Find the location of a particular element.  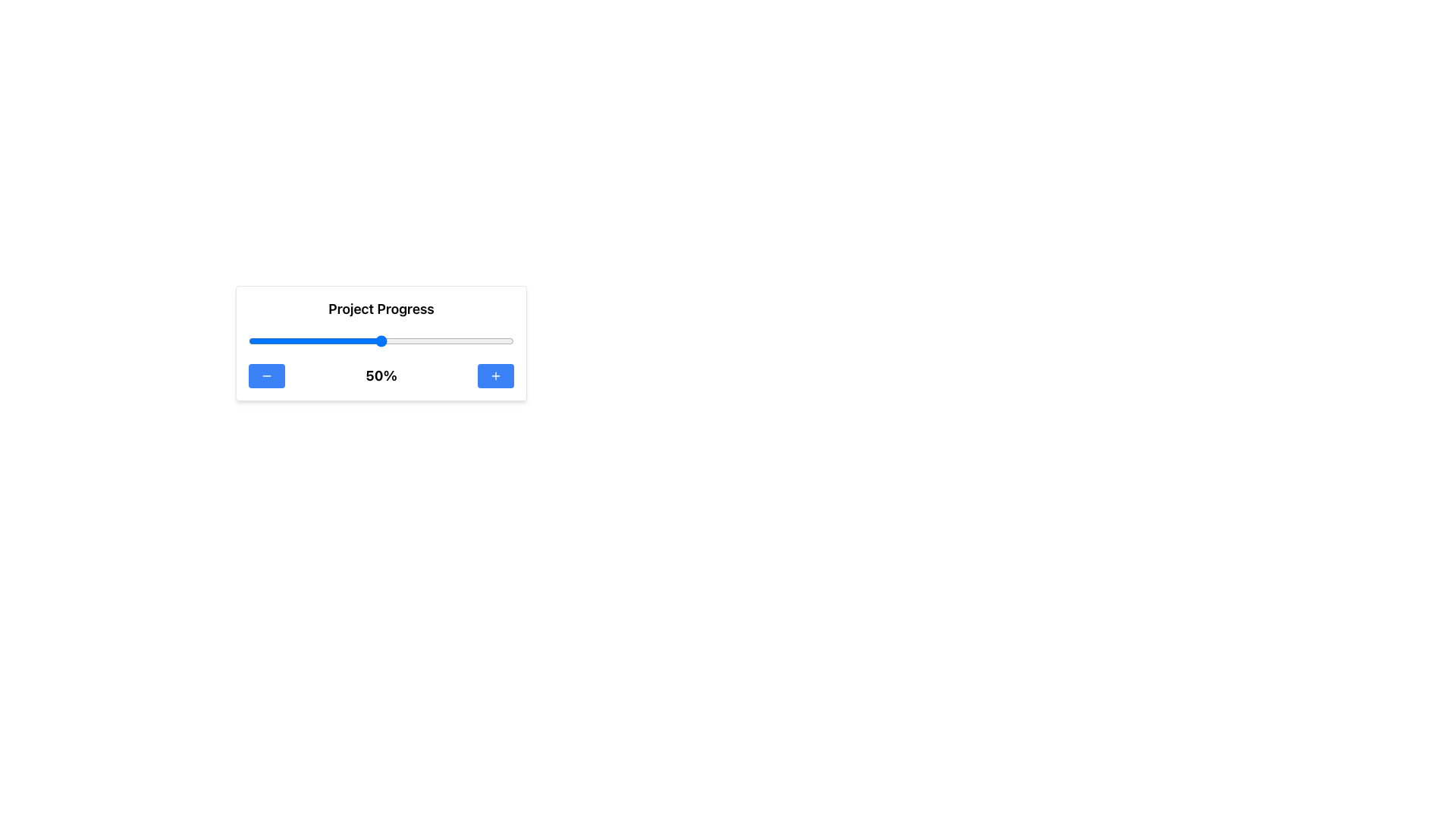

the project progress is located at coordinates (314, 341).